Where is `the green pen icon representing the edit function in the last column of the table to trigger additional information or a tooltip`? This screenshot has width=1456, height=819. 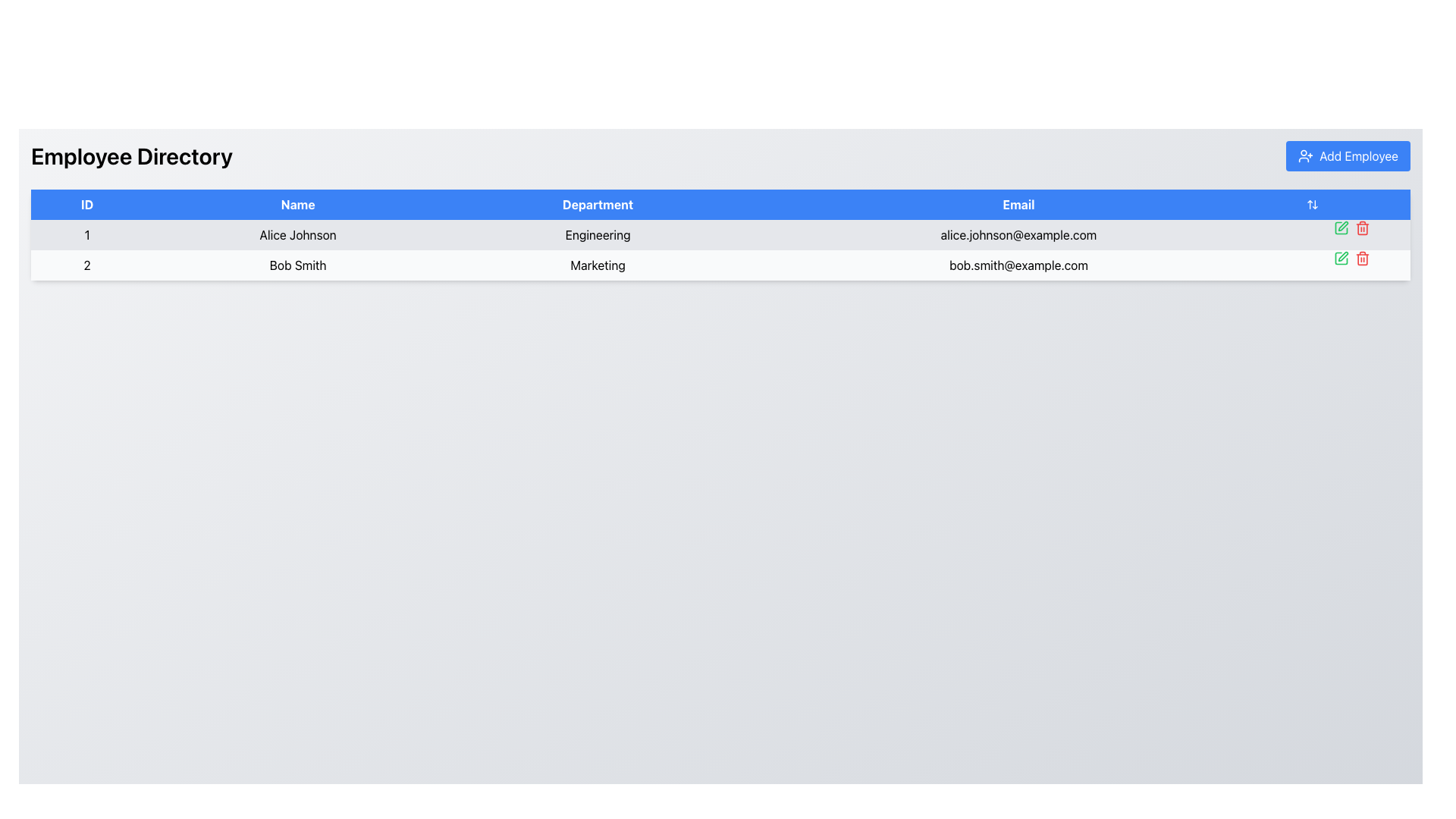 the green pen icon representing the edit function in the last column of the table to trigger additional information or a tooltip is located at coordinates (1341, 257).